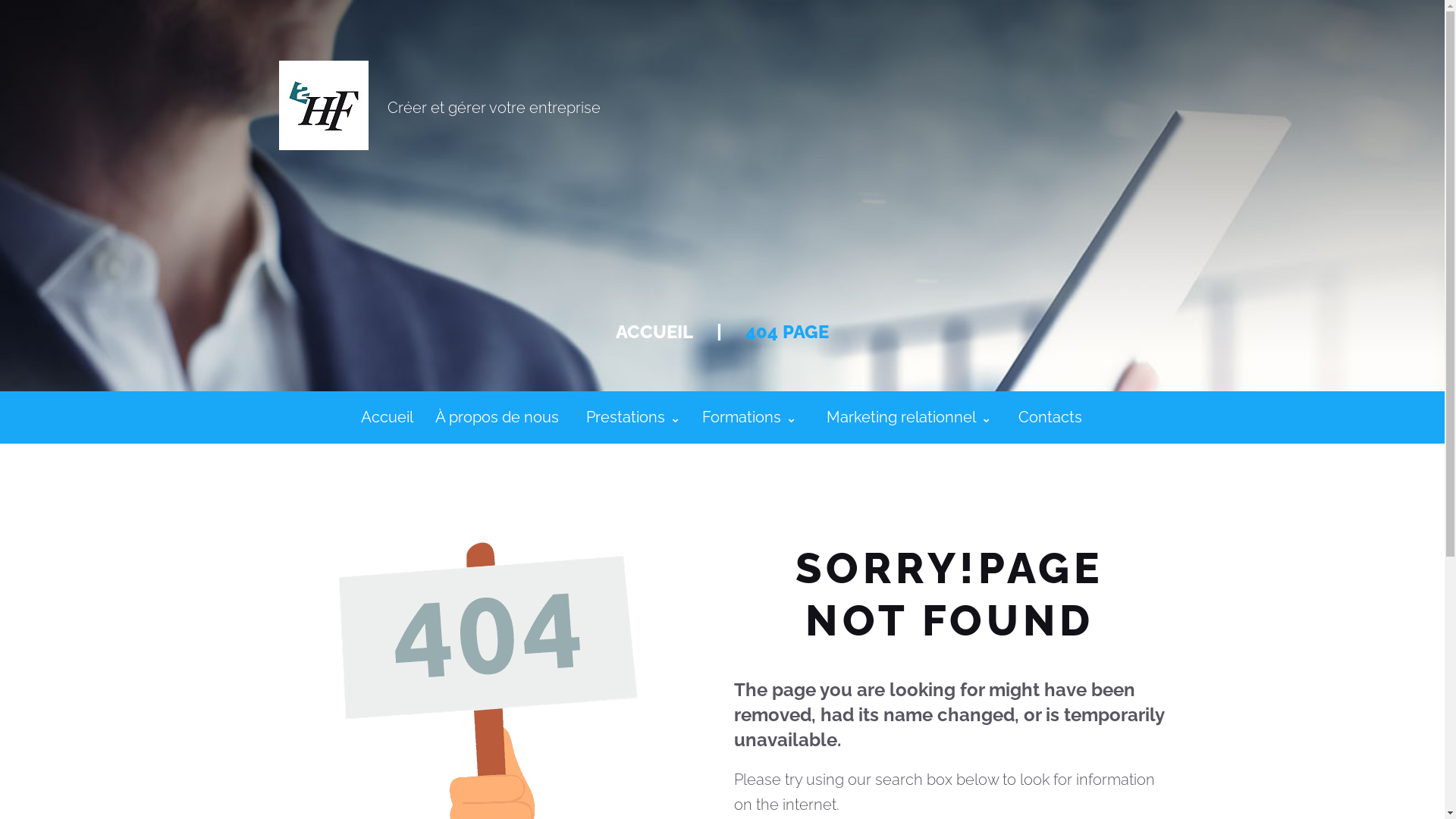  Describe the element at coordinates (654, 331) in the screenshot. I see `'ACCUEIL'` at that location.